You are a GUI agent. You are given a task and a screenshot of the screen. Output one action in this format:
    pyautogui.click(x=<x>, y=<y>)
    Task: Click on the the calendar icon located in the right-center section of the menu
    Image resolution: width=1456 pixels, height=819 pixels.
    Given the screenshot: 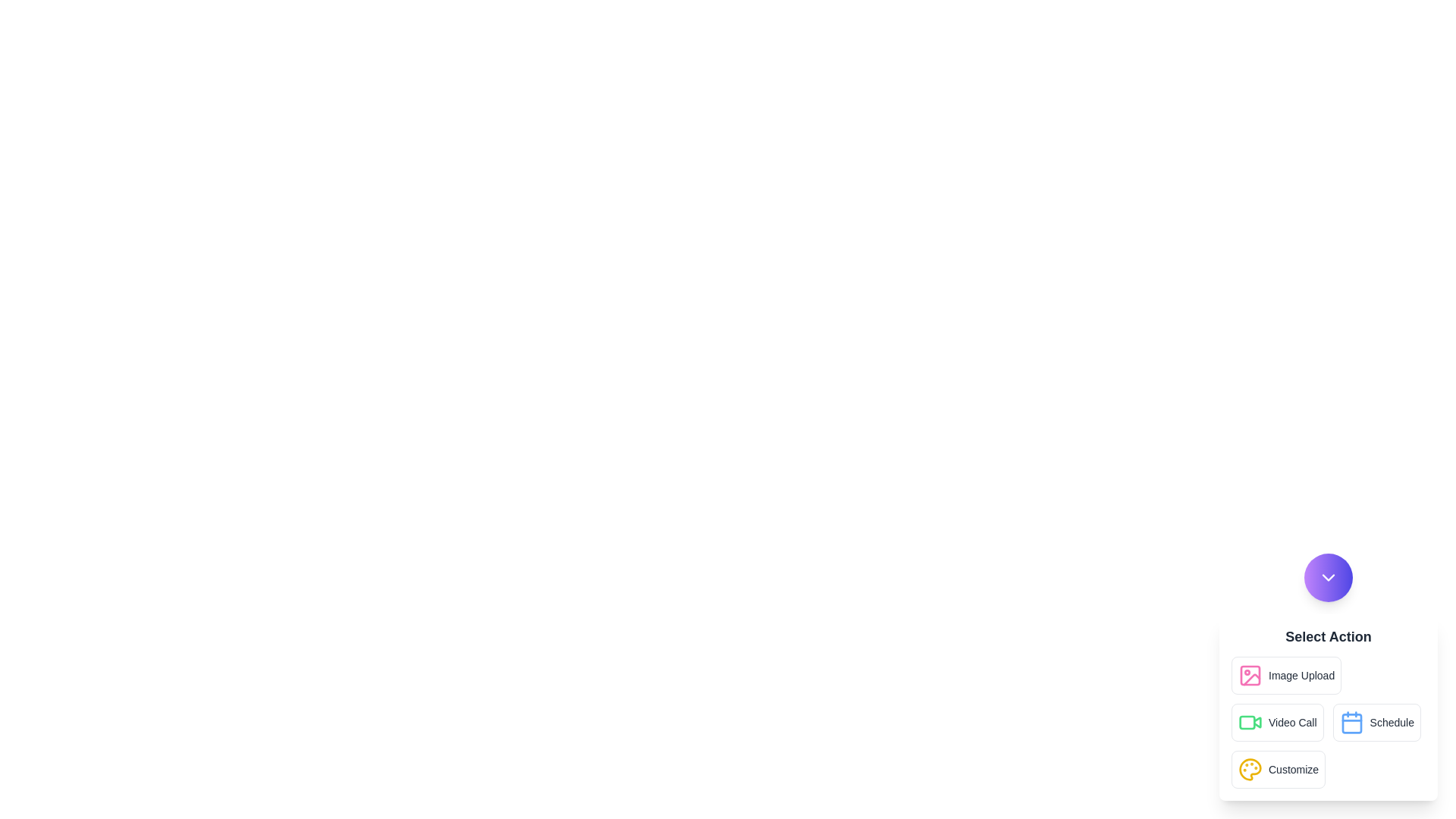 What is the action you would take?
    pyautogui.click(x=1351, y=723)
    